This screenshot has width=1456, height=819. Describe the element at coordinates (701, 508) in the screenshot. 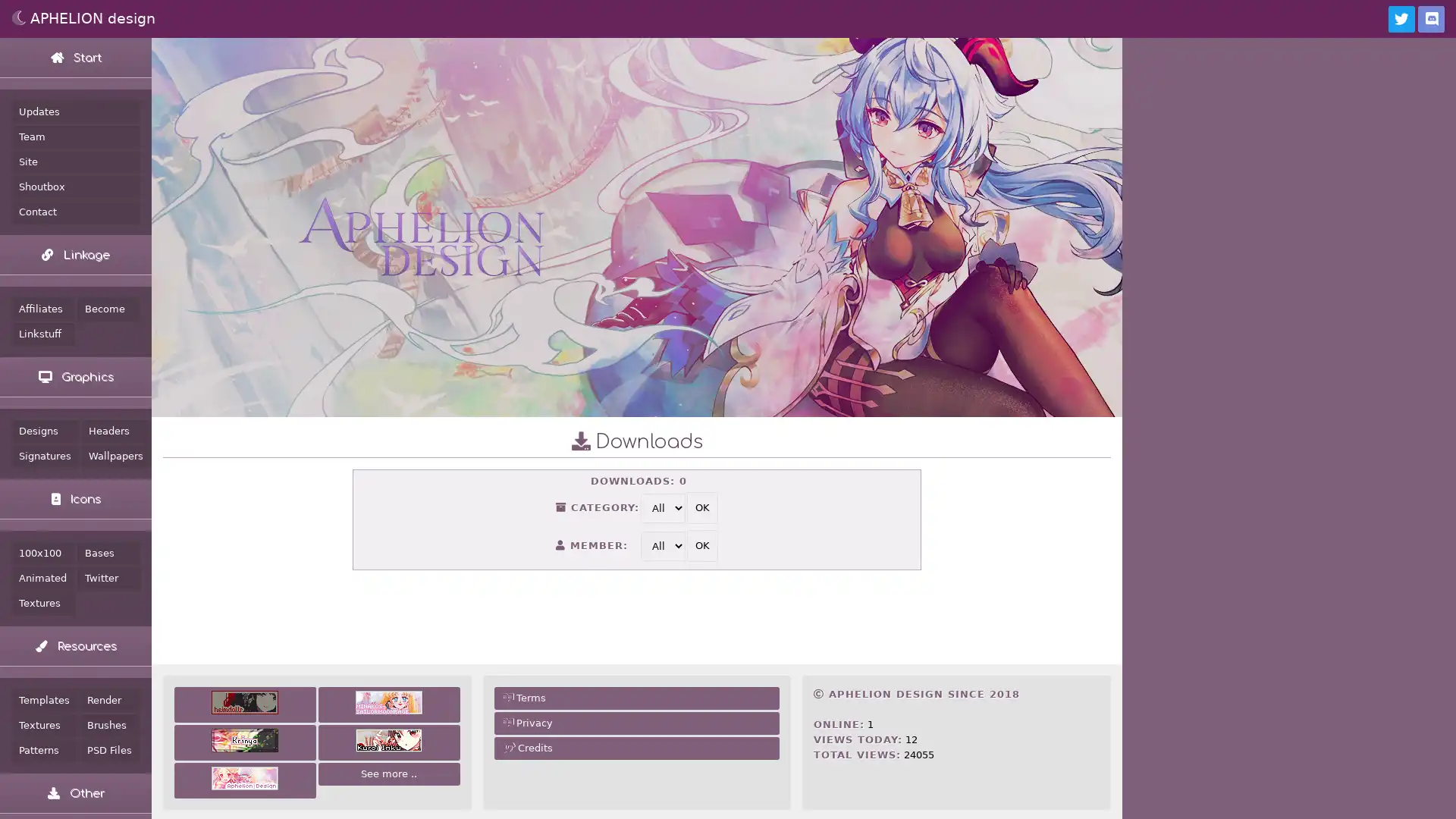

I see `OK` at that location.